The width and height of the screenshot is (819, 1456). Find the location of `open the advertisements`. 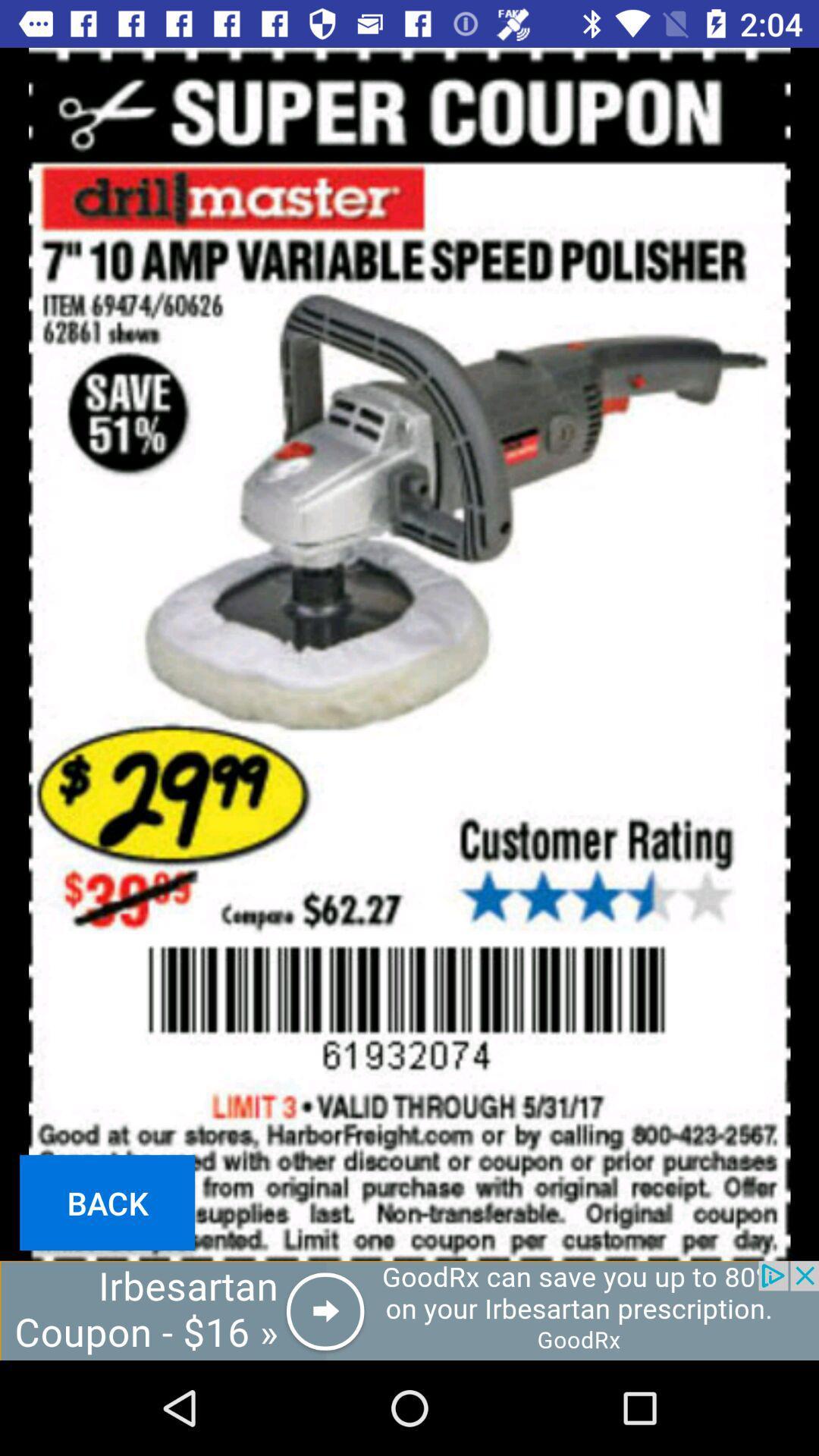

open the advertisements is located at coordinates (409, 1310).